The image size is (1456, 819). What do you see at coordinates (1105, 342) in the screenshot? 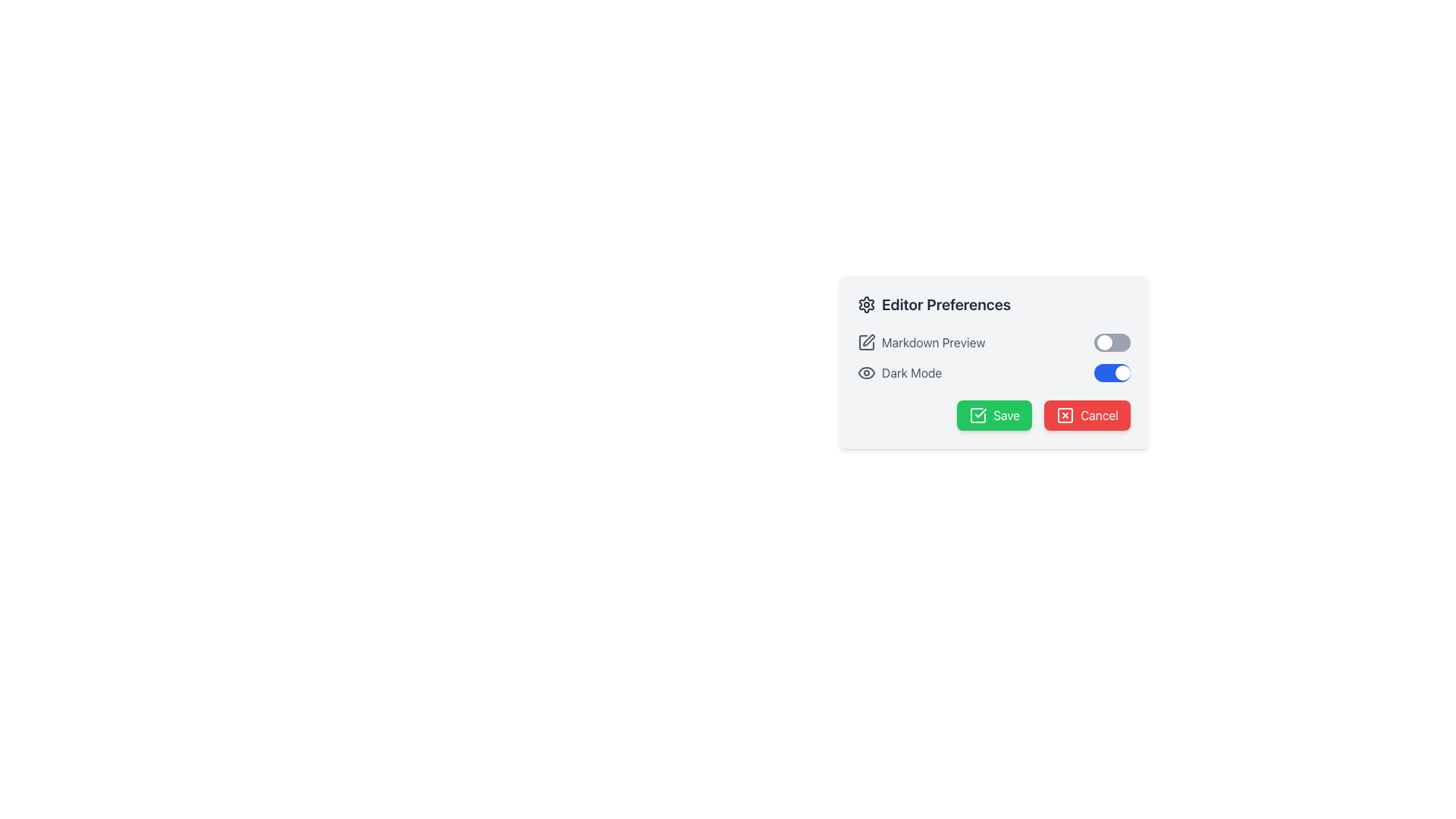
I see `the toggle switch knob for the 'Markdown Preview' setting located within the 'Editor Preferences' area to trigger interaction effects` at bounding box center [1105, 342].